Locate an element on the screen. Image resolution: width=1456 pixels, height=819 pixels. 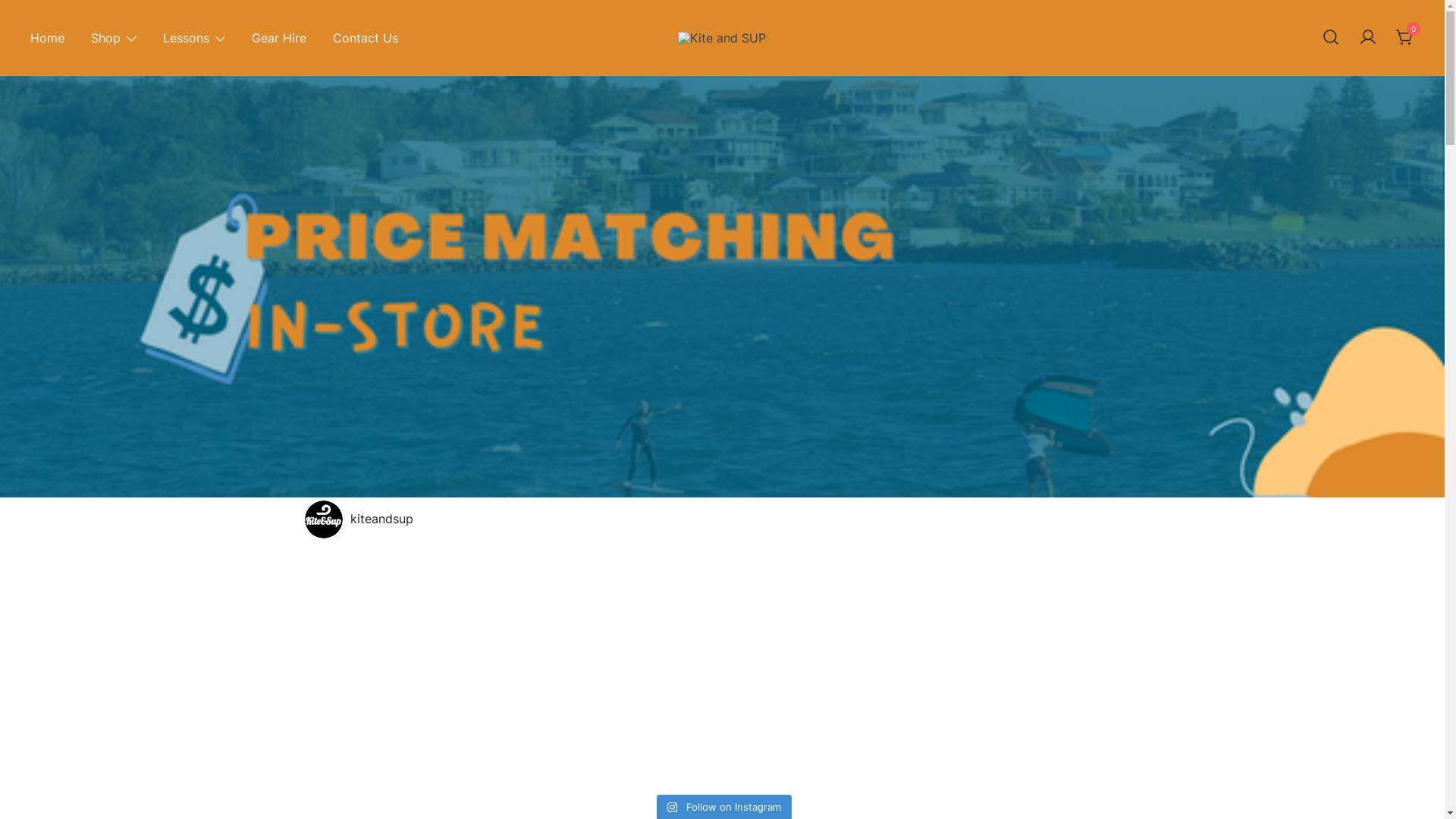
'Kite and SUP' is located at coordinates (724, 61).